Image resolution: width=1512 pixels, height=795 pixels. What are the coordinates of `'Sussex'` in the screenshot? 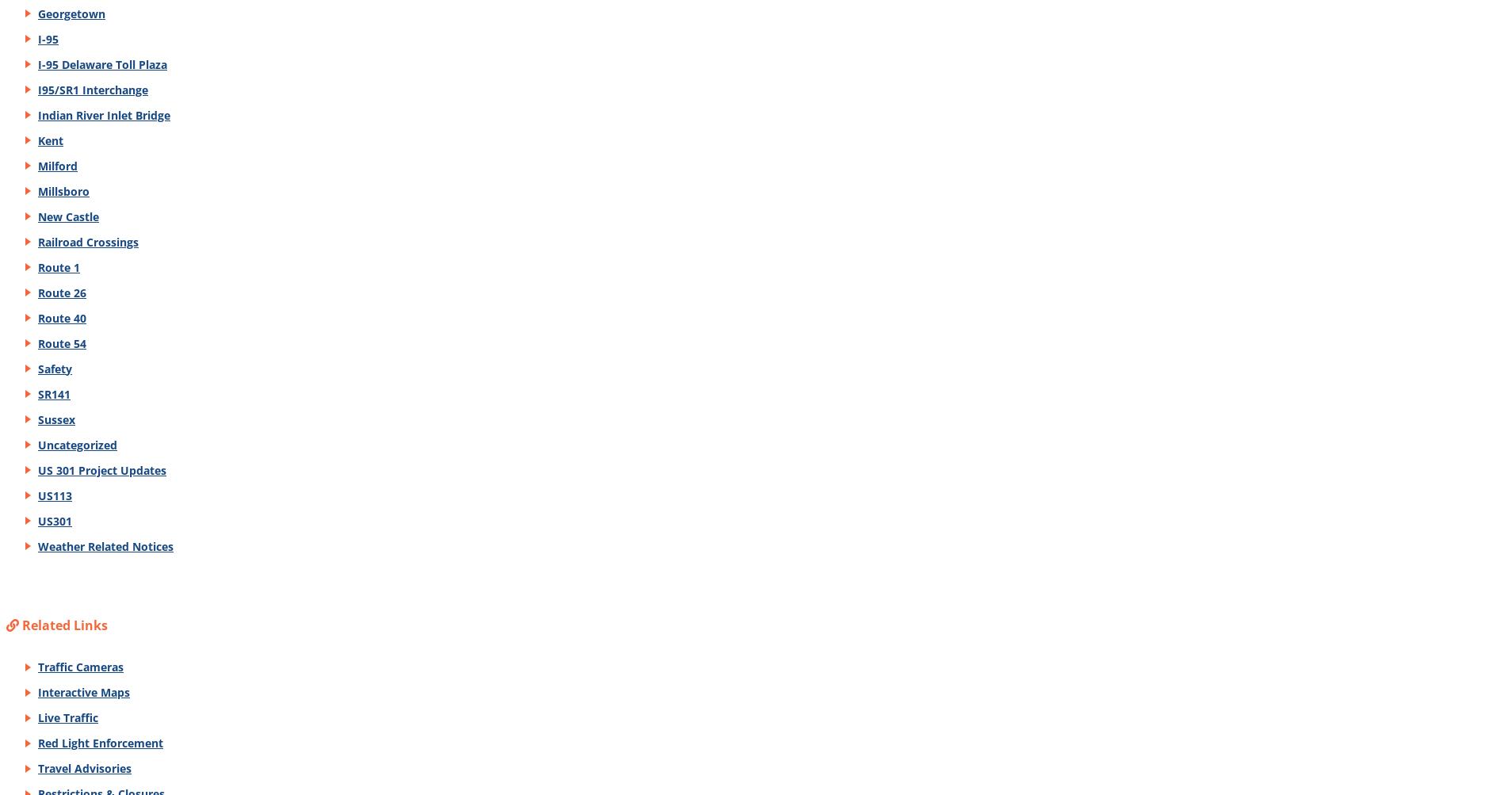 It's located at (55, 418).